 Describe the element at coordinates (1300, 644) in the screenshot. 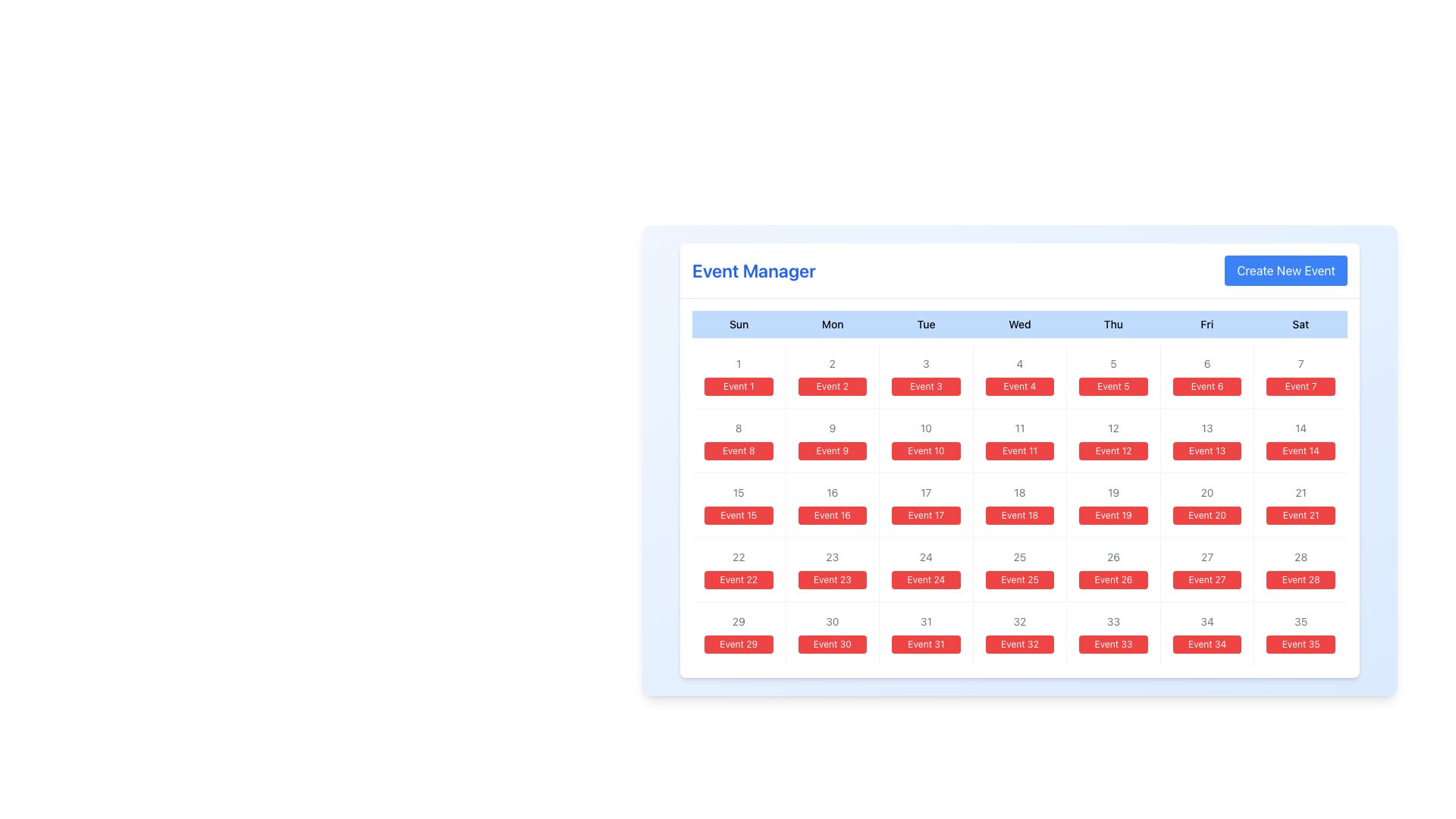

I see `the non-interactive badge with a red background and white text reading 'Event 35', located at the bottom-right corner of the calendar grid layout` at that location.